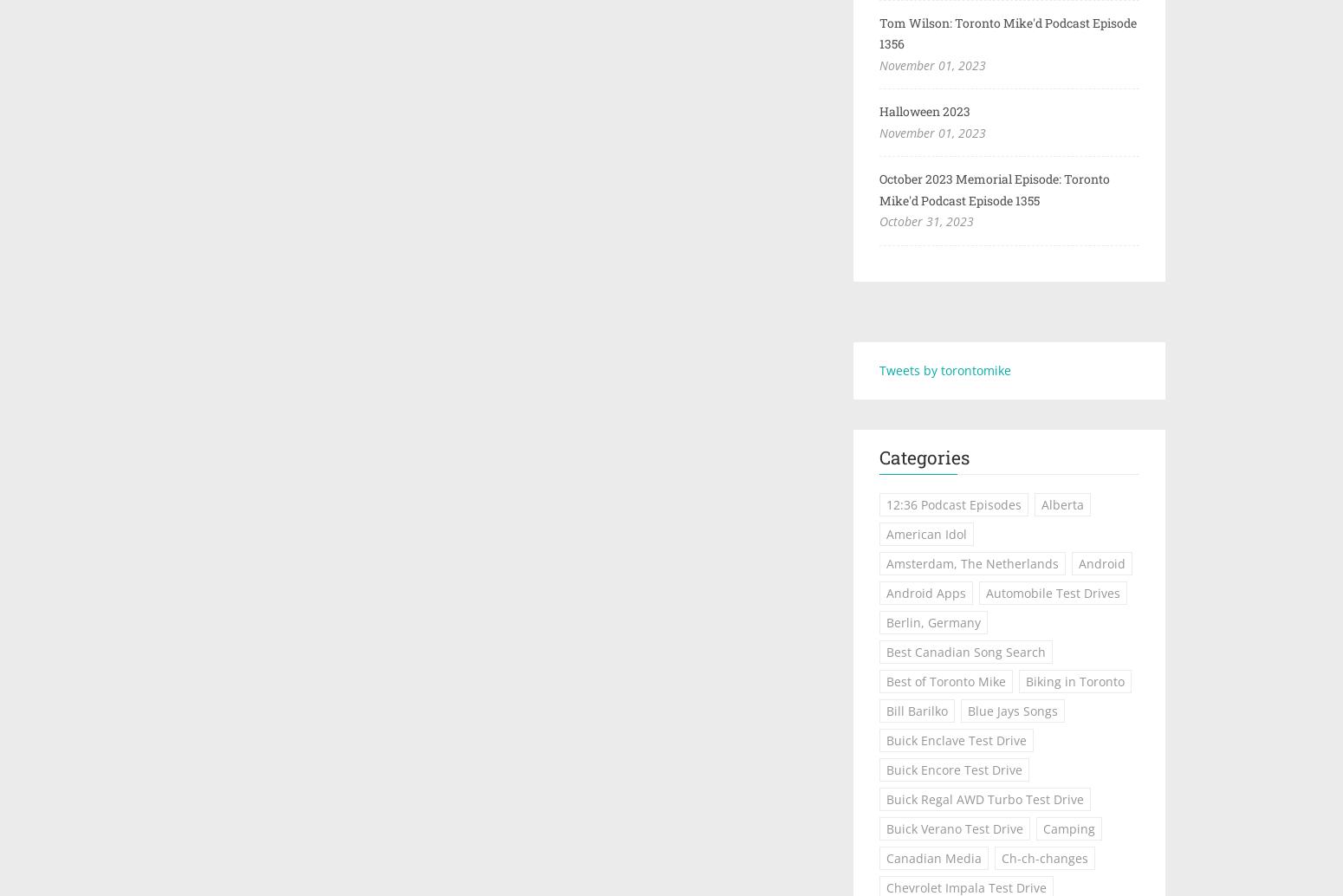 Image resolution: width=1343 pixels, height=896 pixels. I want to click on 'Buick Regal AWD Turbo Test Drive', so click(983, 798).